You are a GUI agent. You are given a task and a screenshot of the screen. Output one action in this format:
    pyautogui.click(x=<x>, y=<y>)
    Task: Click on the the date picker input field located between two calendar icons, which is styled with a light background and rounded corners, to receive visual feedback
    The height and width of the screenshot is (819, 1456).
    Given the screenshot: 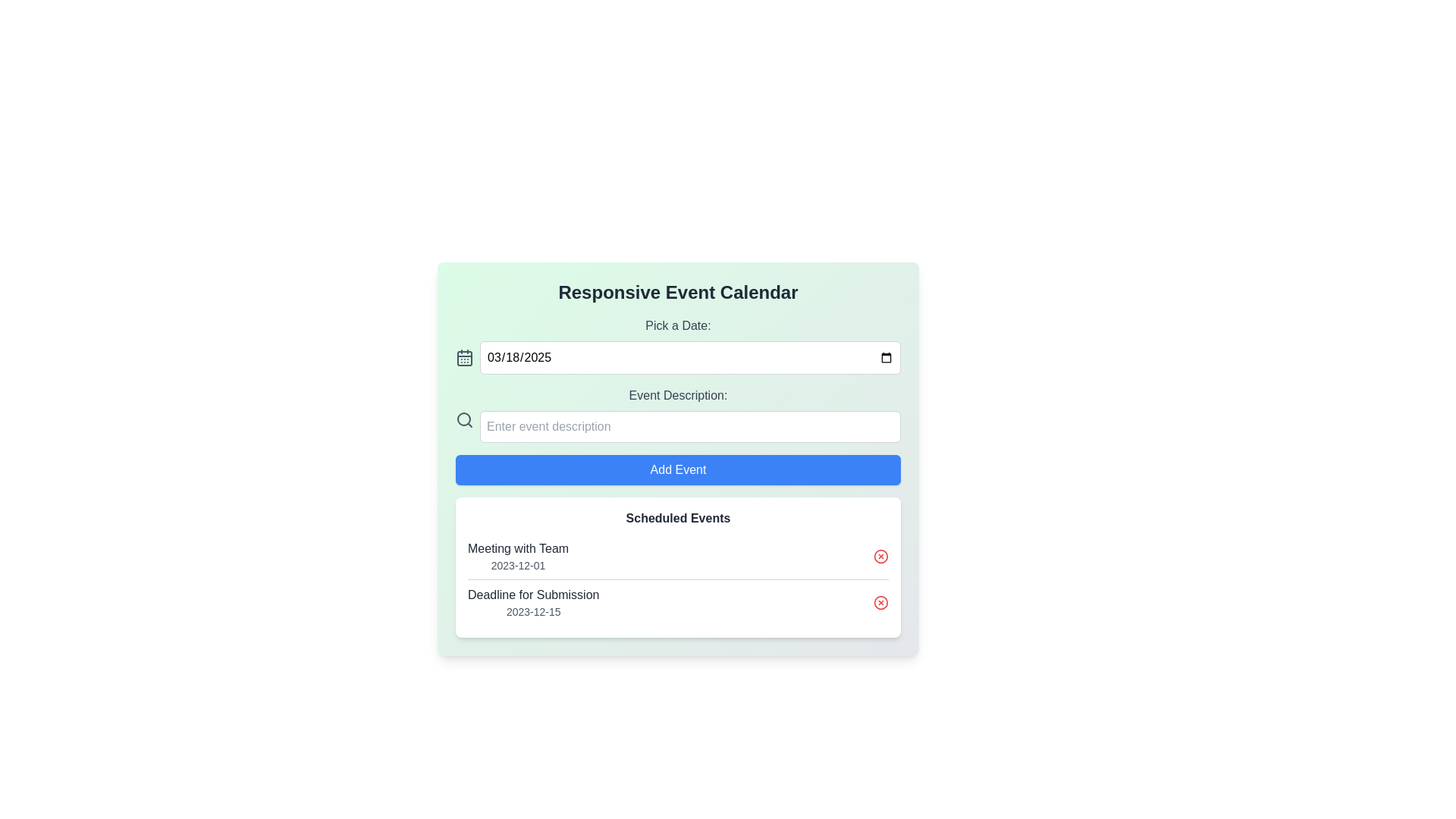 What is the action you would take?
    pyautogui.click(x=677, y=357)
    